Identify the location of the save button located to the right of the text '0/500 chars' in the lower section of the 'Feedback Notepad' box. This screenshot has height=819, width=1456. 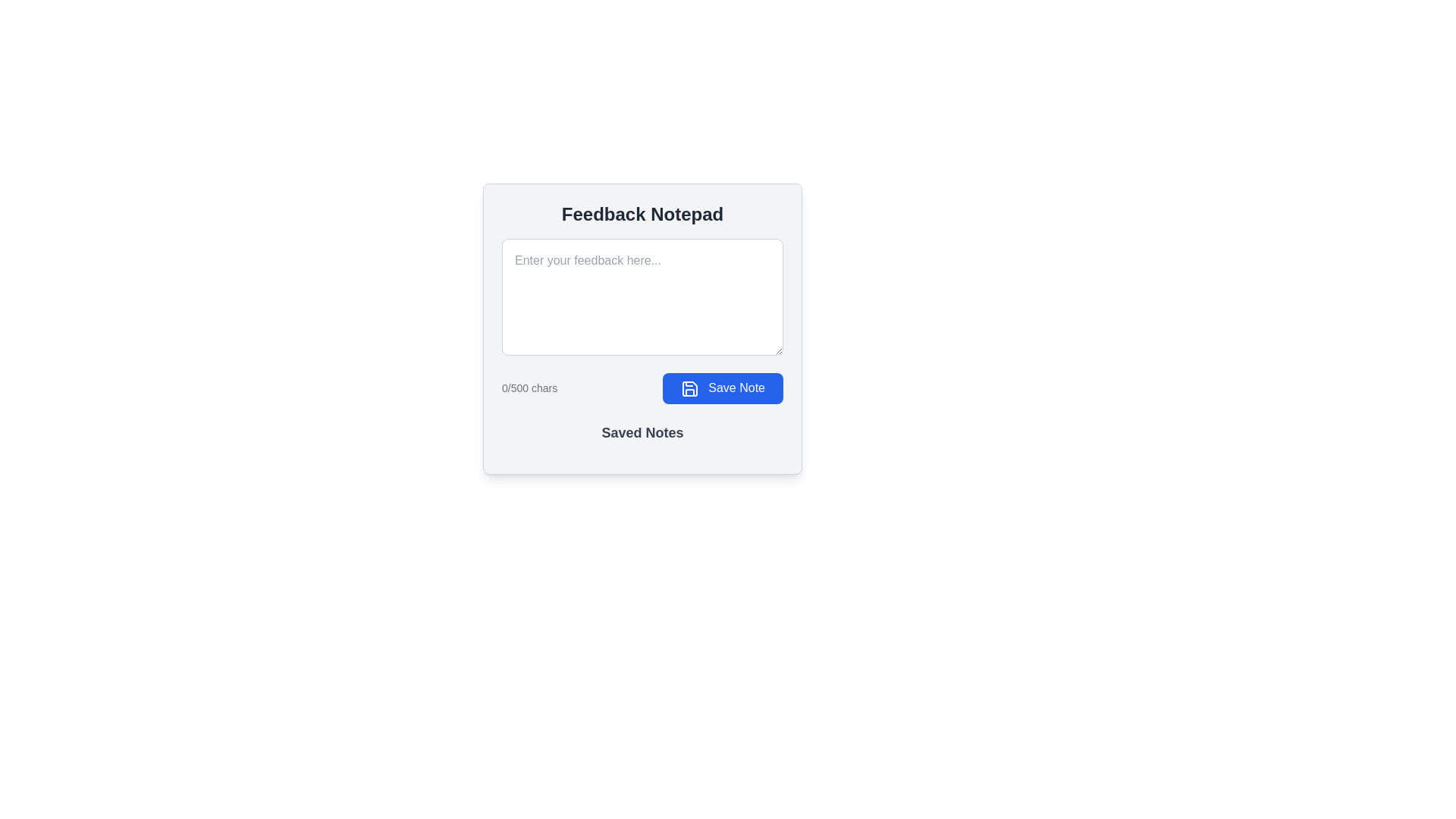
(722, 388).